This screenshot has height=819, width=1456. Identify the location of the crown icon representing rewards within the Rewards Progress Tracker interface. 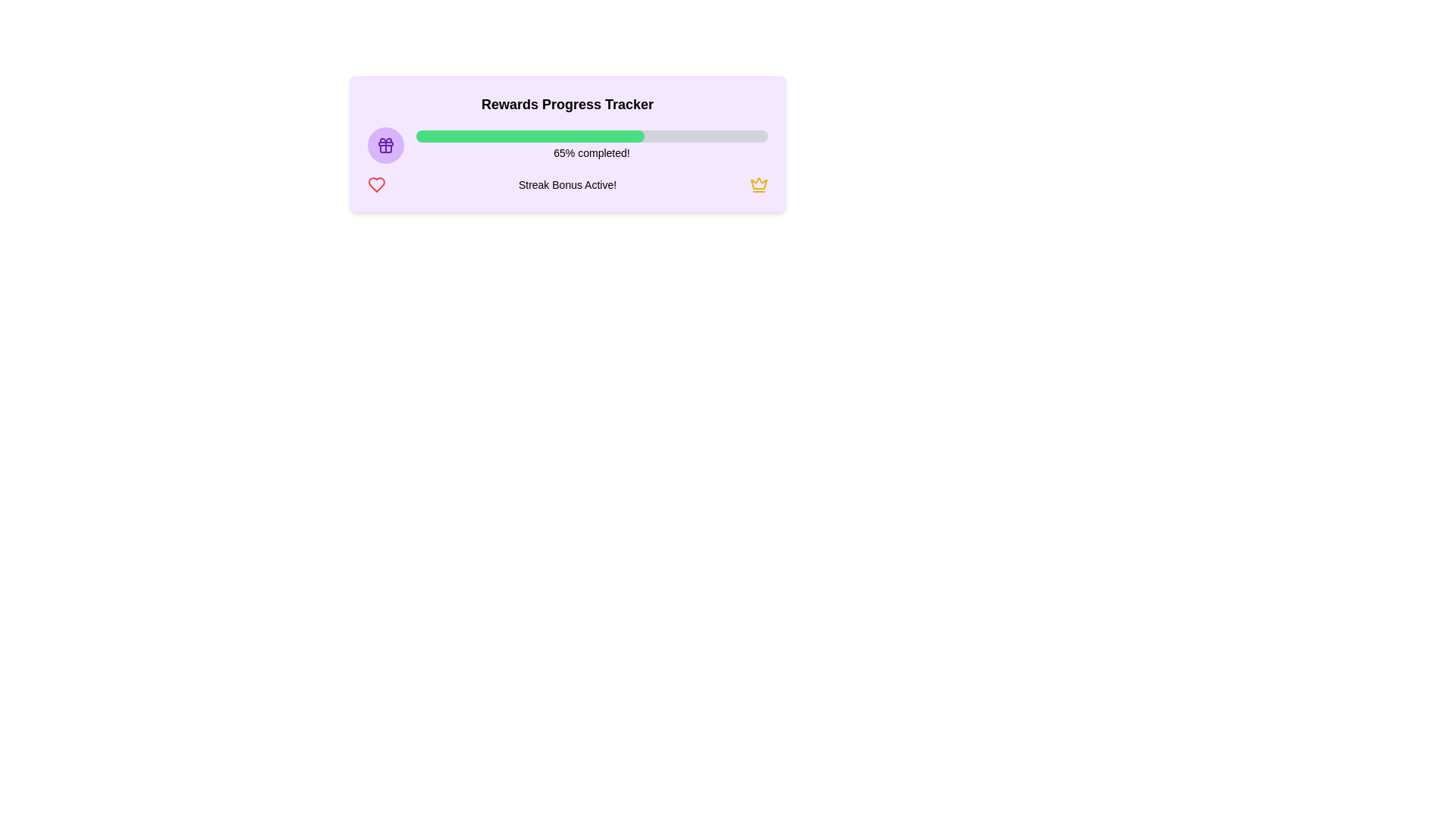
(758, 183).